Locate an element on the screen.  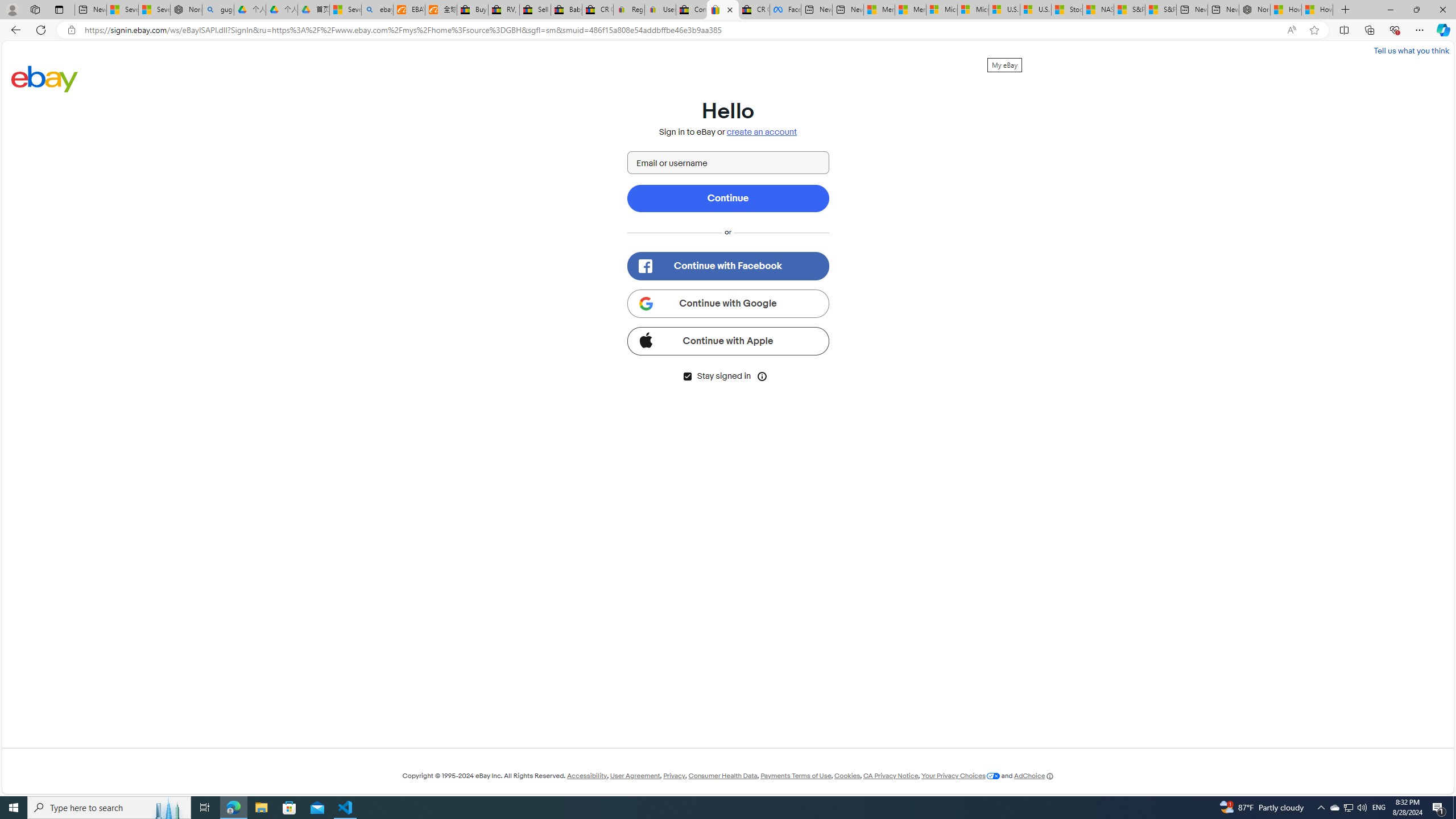
'eBay Home' is located at coordinates (44, 78).